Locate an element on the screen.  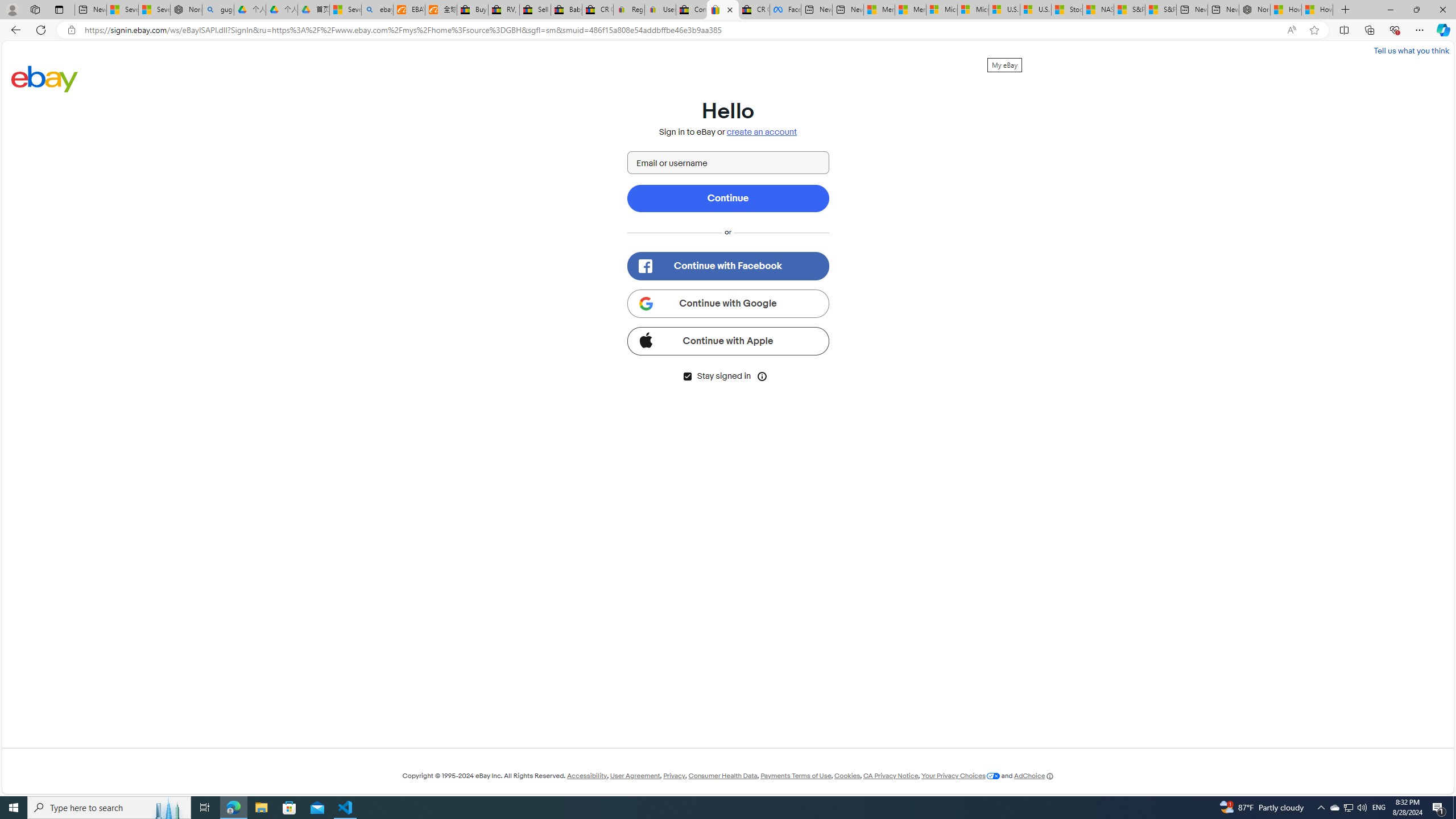
'eBay Home' is located at coordinates (44, 78).